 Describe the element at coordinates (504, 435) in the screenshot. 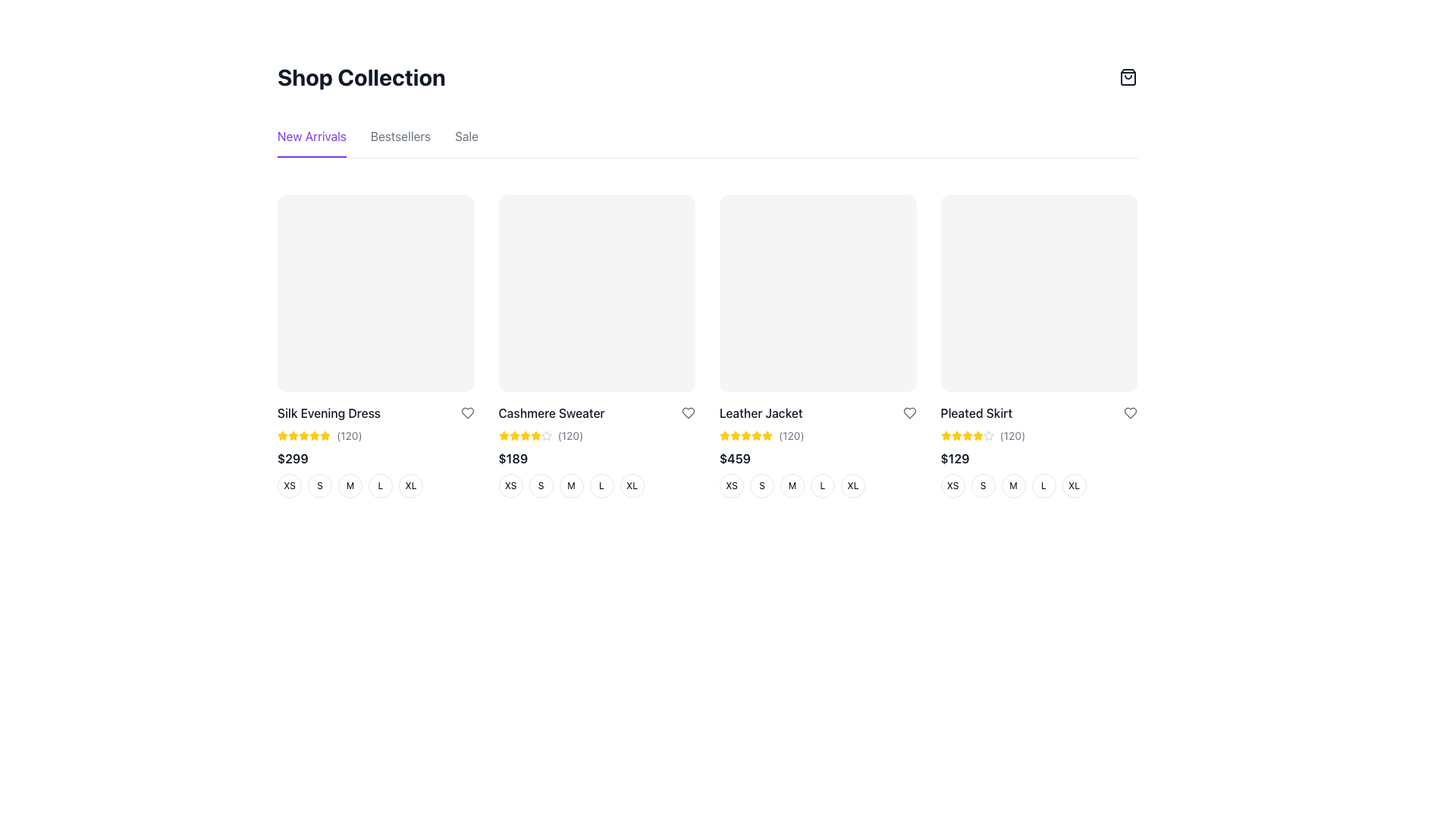

I see `the first star icon in the rating system located below 'Cashmere Sweater' and above '$189'` at that location.